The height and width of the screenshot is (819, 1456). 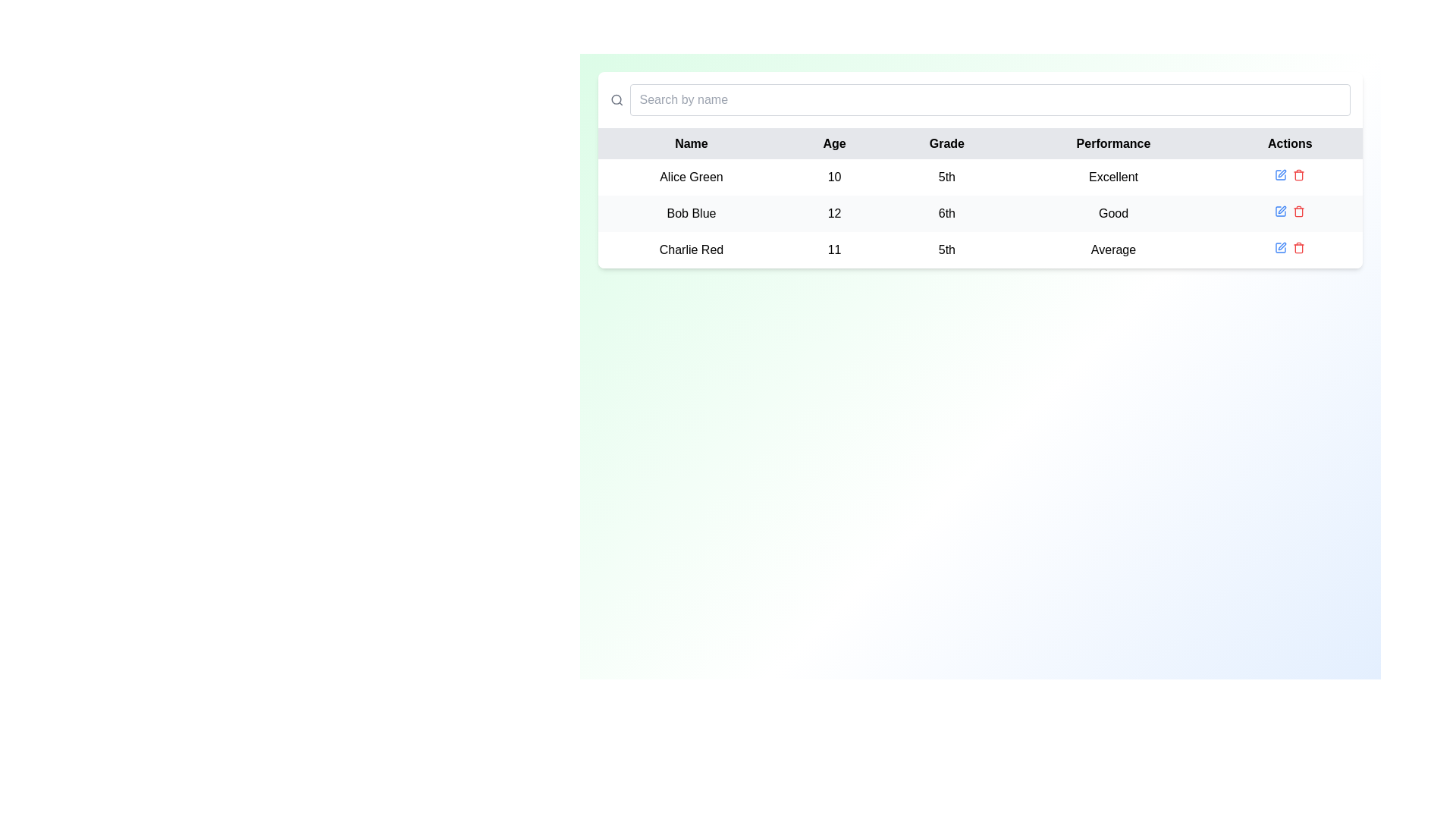 I want to click on the table header labeled 'Performance' which is styled with a light gray background and located in the fourth column of the table, centered between 'Grade' and 'Actions', so click(x=1113, y=143).